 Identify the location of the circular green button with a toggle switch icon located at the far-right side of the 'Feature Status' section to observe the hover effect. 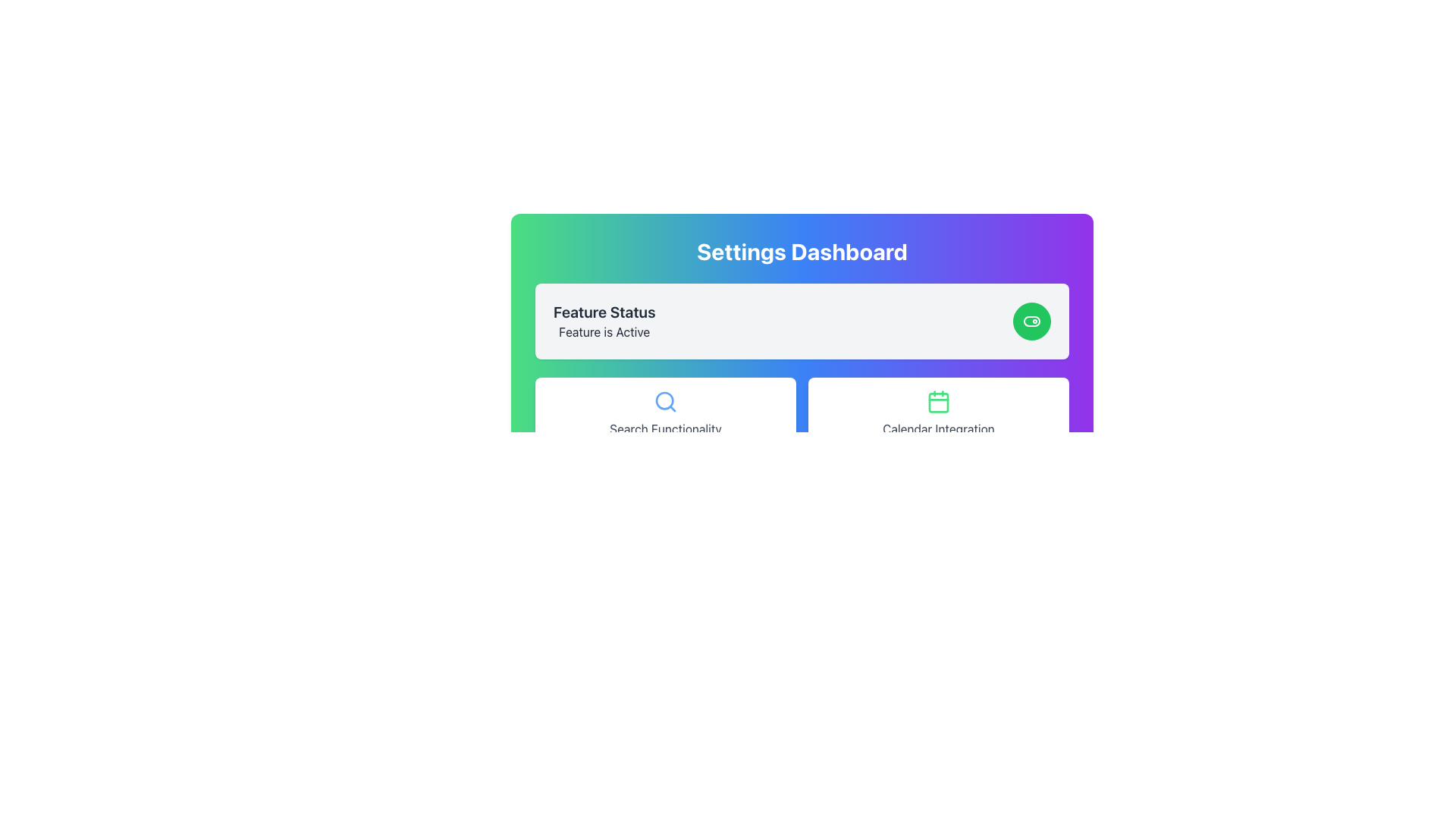
(1031, 321).